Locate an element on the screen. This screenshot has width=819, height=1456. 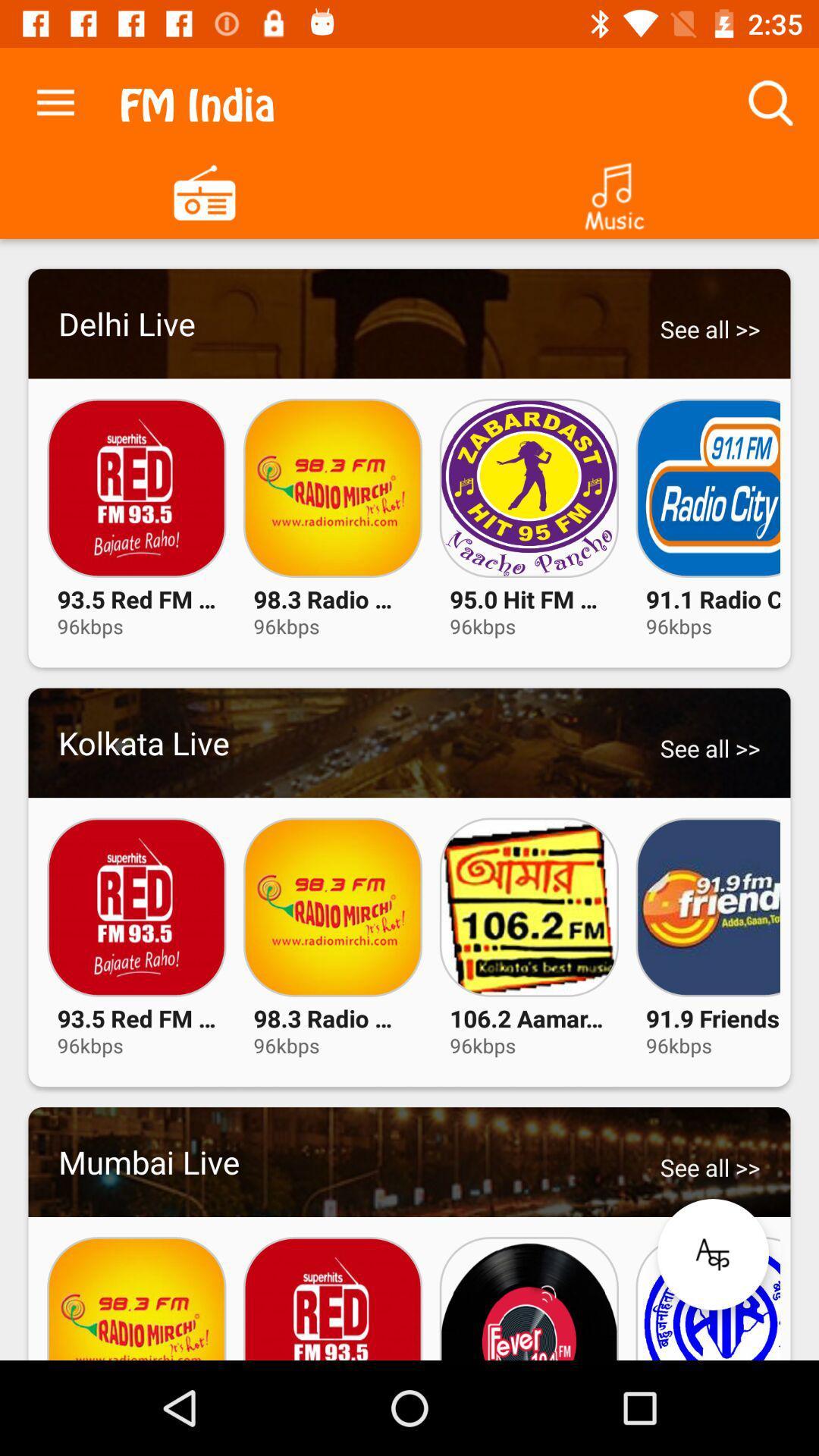
change the language is located at coordinates (713, 1254).